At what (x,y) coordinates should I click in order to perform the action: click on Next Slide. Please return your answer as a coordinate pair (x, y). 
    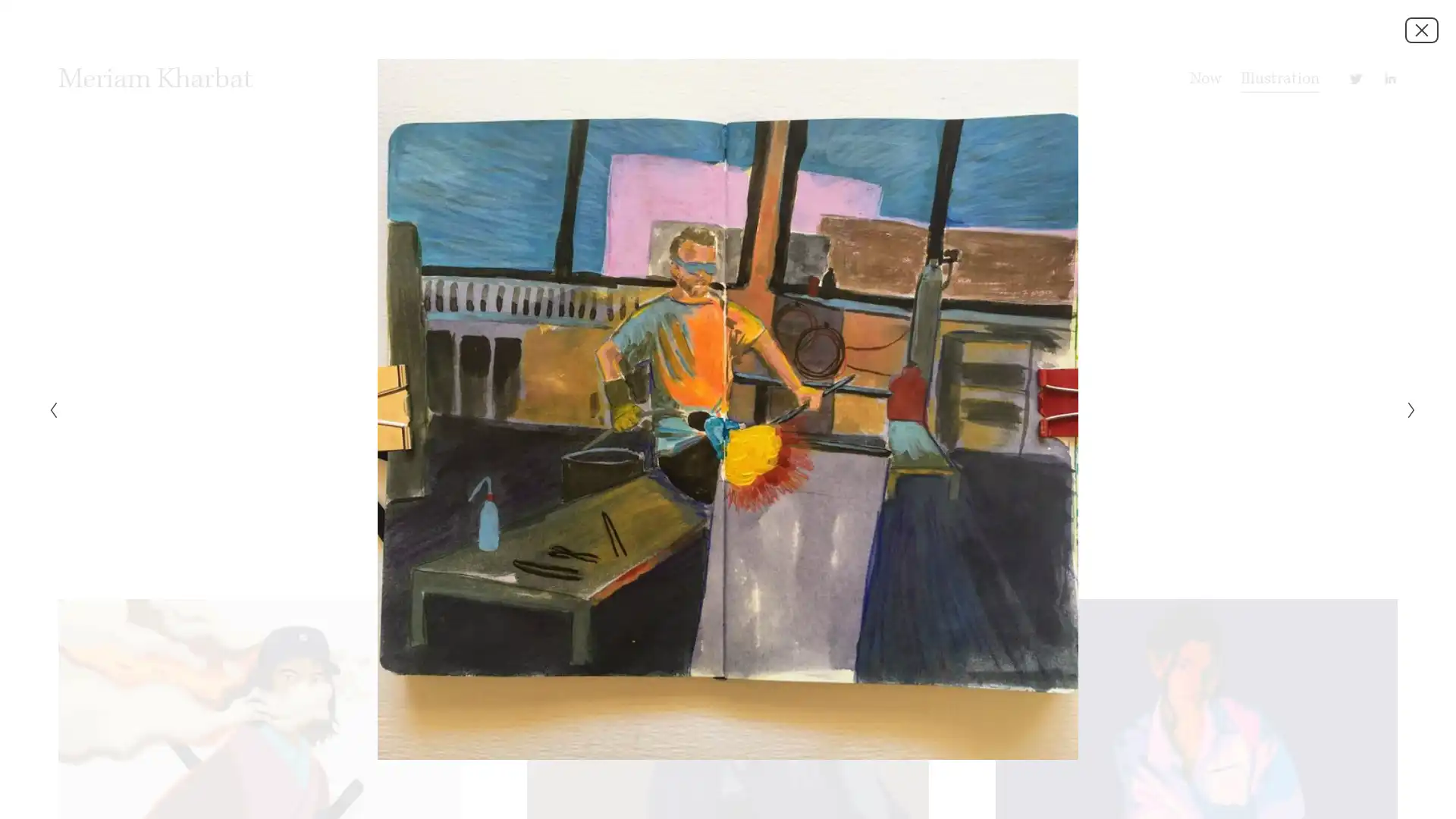
    Looking at the image, I should click on (1406, 409).